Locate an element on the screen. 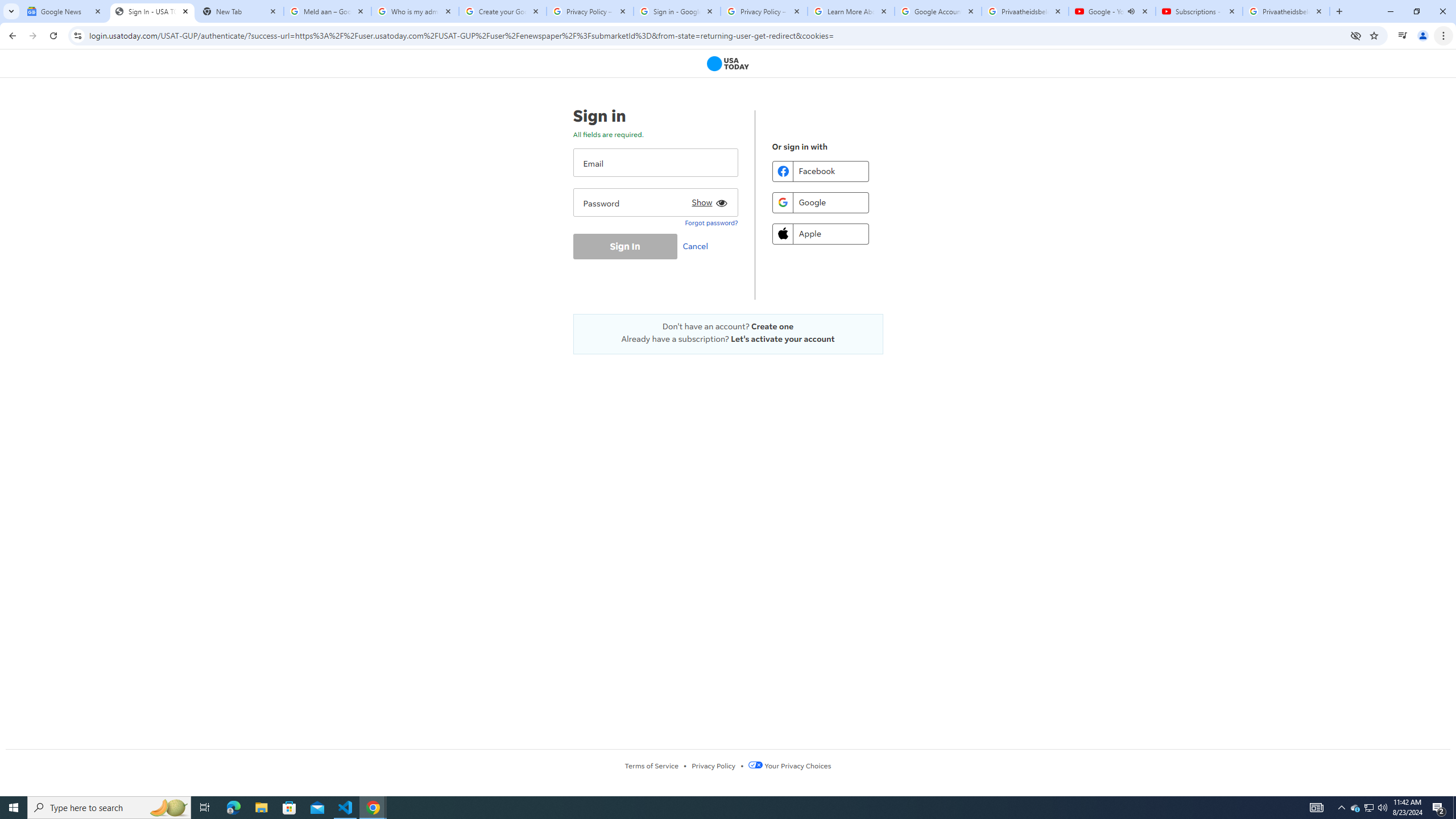  'Who is my administrator? - Google Account Help' is located at coordinates (415, 11).